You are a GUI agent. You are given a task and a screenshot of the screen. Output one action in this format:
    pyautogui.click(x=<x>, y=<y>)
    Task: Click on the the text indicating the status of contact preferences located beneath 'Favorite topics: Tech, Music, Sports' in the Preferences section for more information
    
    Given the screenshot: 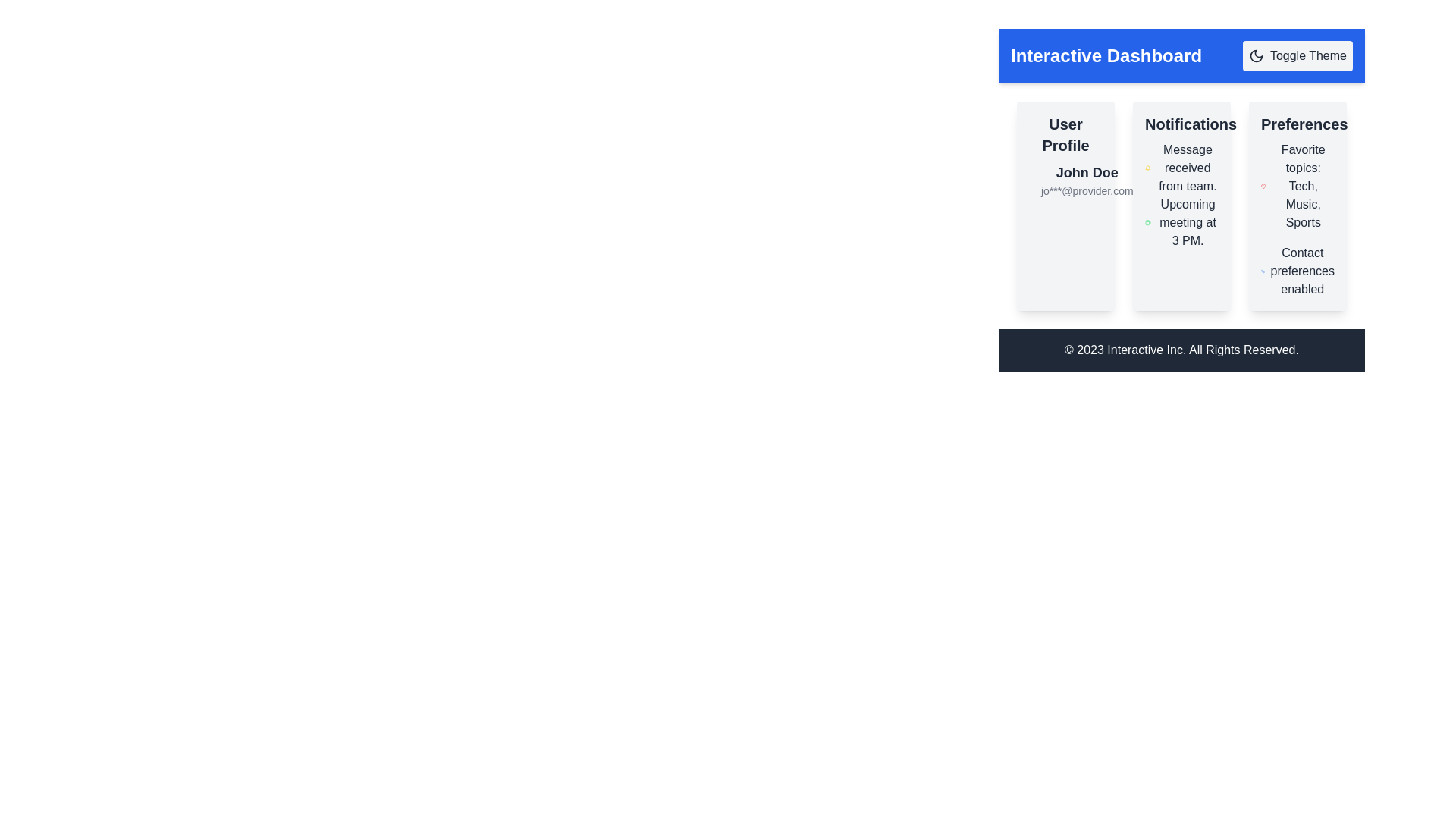 What is the action you would take?
    pyautogui.click(x=1297, y=271)
    